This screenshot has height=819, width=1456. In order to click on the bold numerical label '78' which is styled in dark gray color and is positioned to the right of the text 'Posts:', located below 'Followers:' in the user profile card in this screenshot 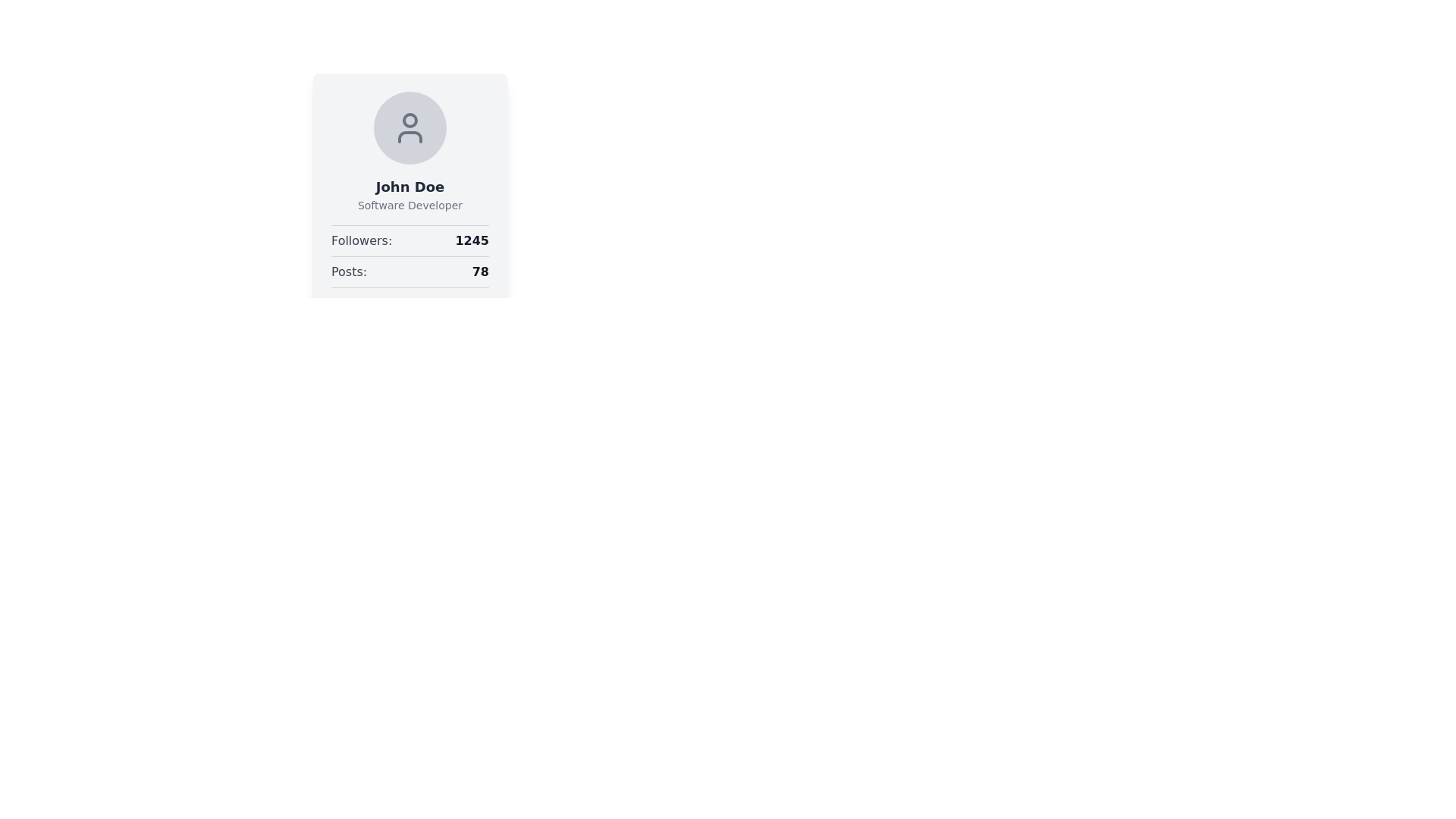, I will do `click(479, 271)`.